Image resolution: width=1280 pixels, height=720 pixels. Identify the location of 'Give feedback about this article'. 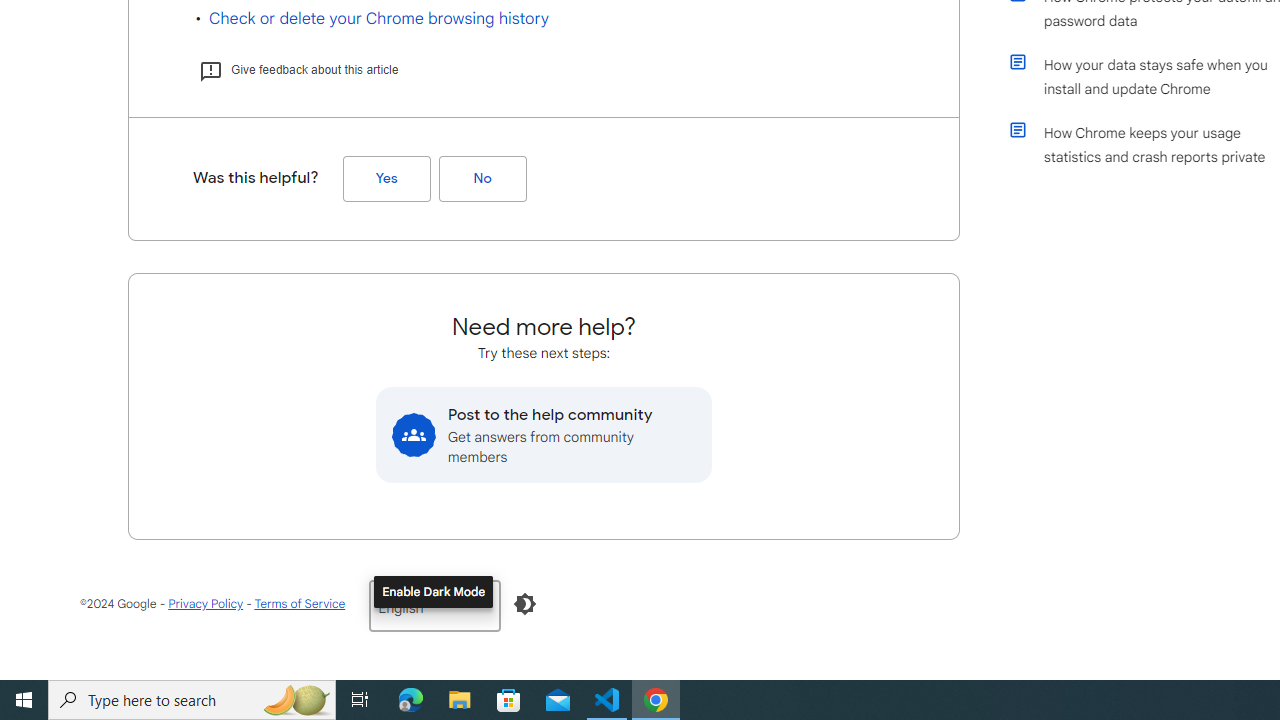
(297, 68).